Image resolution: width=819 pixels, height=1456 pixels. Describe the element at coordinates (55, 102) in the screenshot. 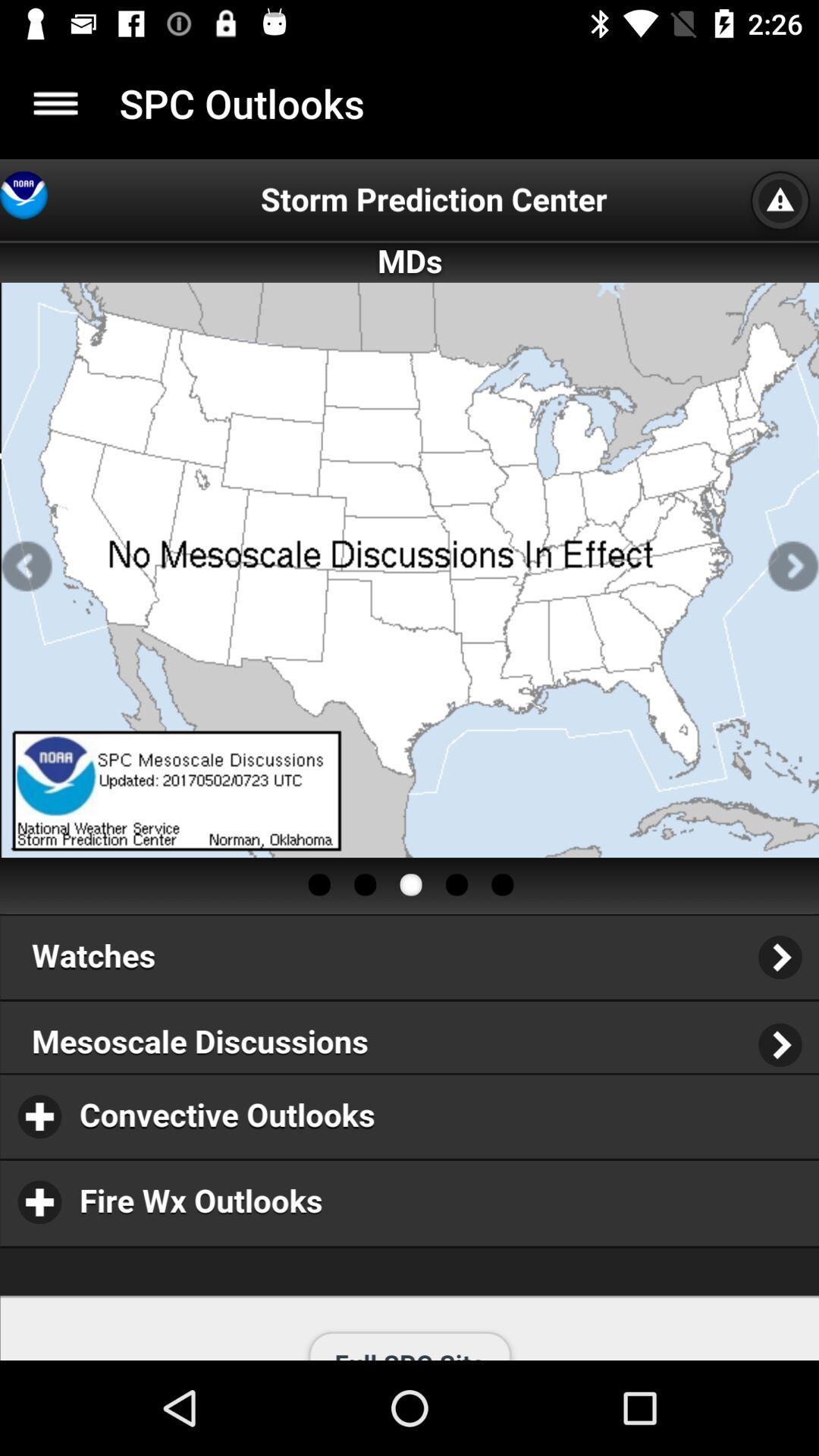

I see `menu options` at that location.